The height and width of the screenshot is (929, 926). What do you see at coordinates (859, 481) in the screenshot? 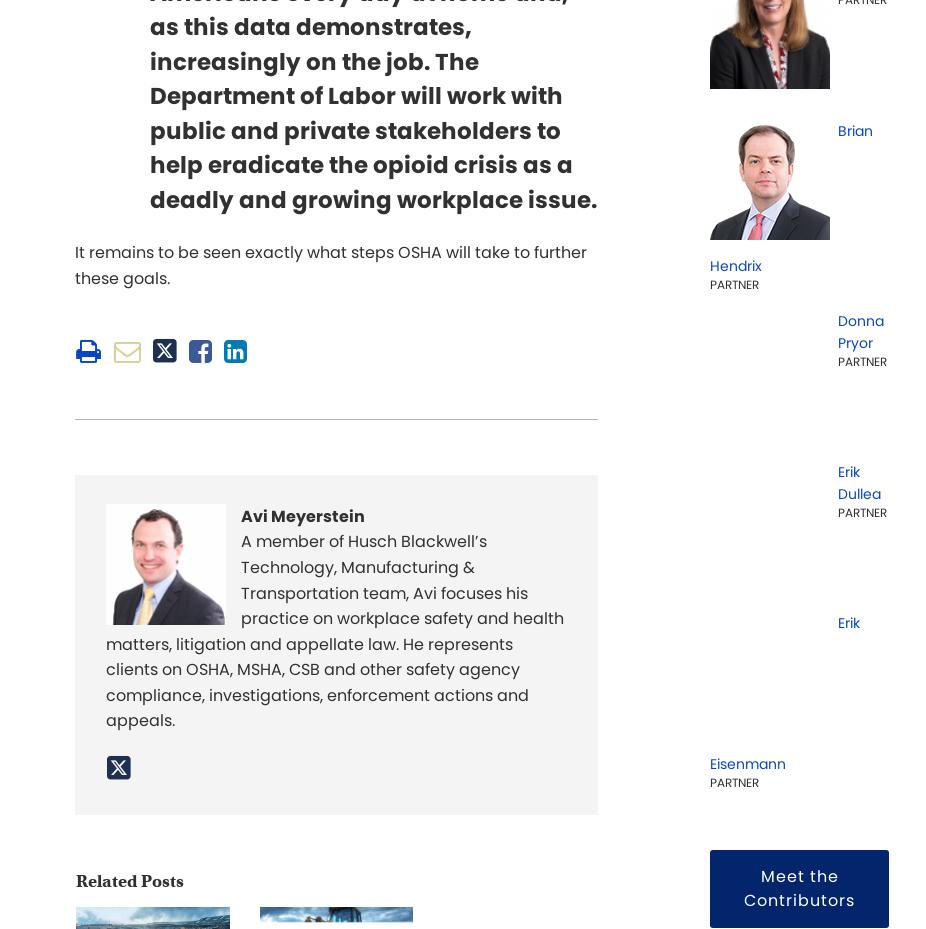
I see `'Erik Dullea'` at bounding box center [859, 481].